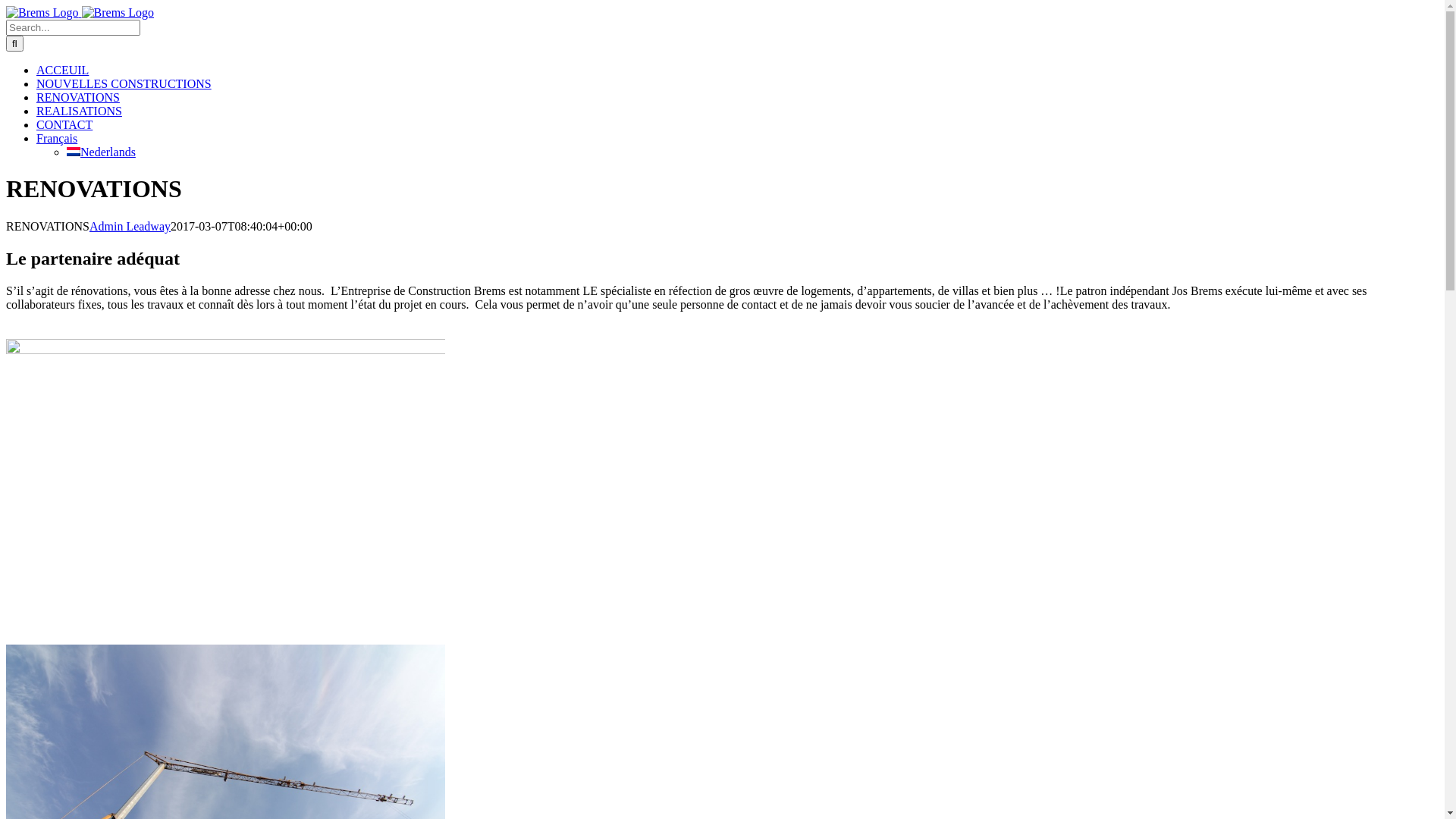 The image size is (1456, 819). What do you see at coordinates (61, 70) in the screenshot?
I see `'ACCEUIL'` at bounding box center [61, 70].